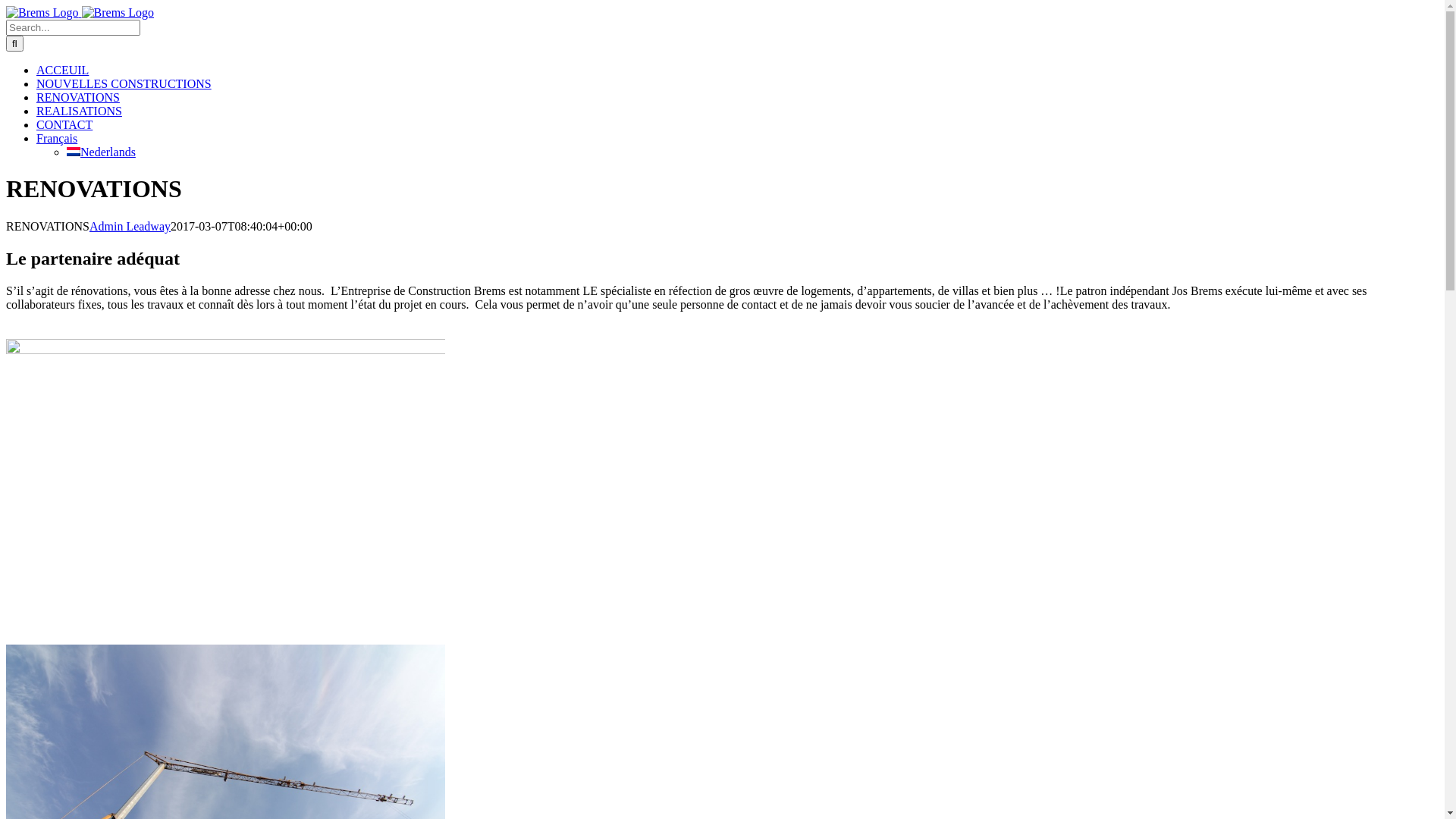 The image size is (1456, 819). What do you see at coordinates (61, 70) in the screenshot?
I see `'ACCEUIL'` at bounding box center [61, 70].